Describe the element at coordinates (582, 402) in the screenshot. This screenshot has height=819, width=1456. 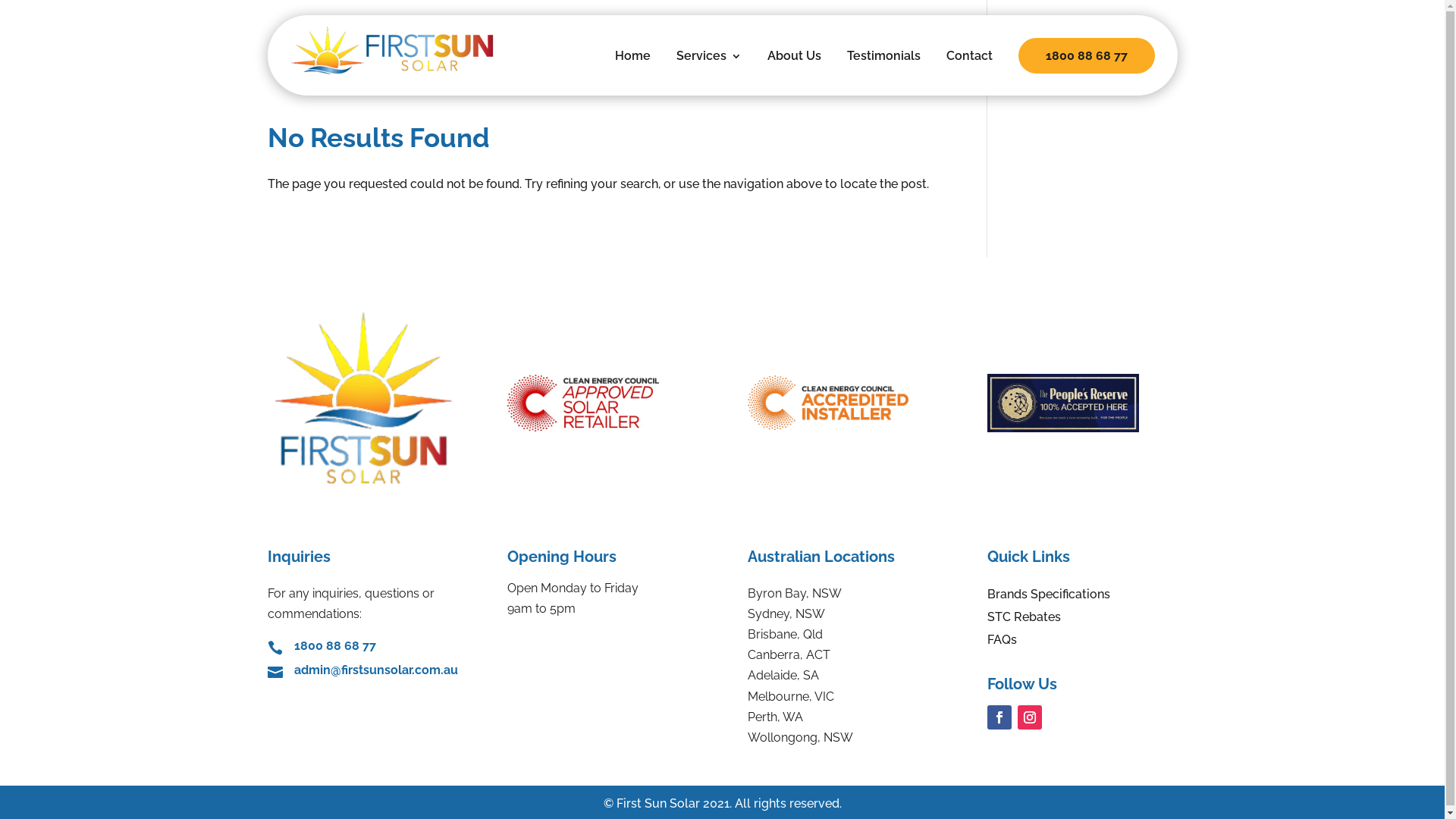
I see `'CEC approved retailer'` at that location.